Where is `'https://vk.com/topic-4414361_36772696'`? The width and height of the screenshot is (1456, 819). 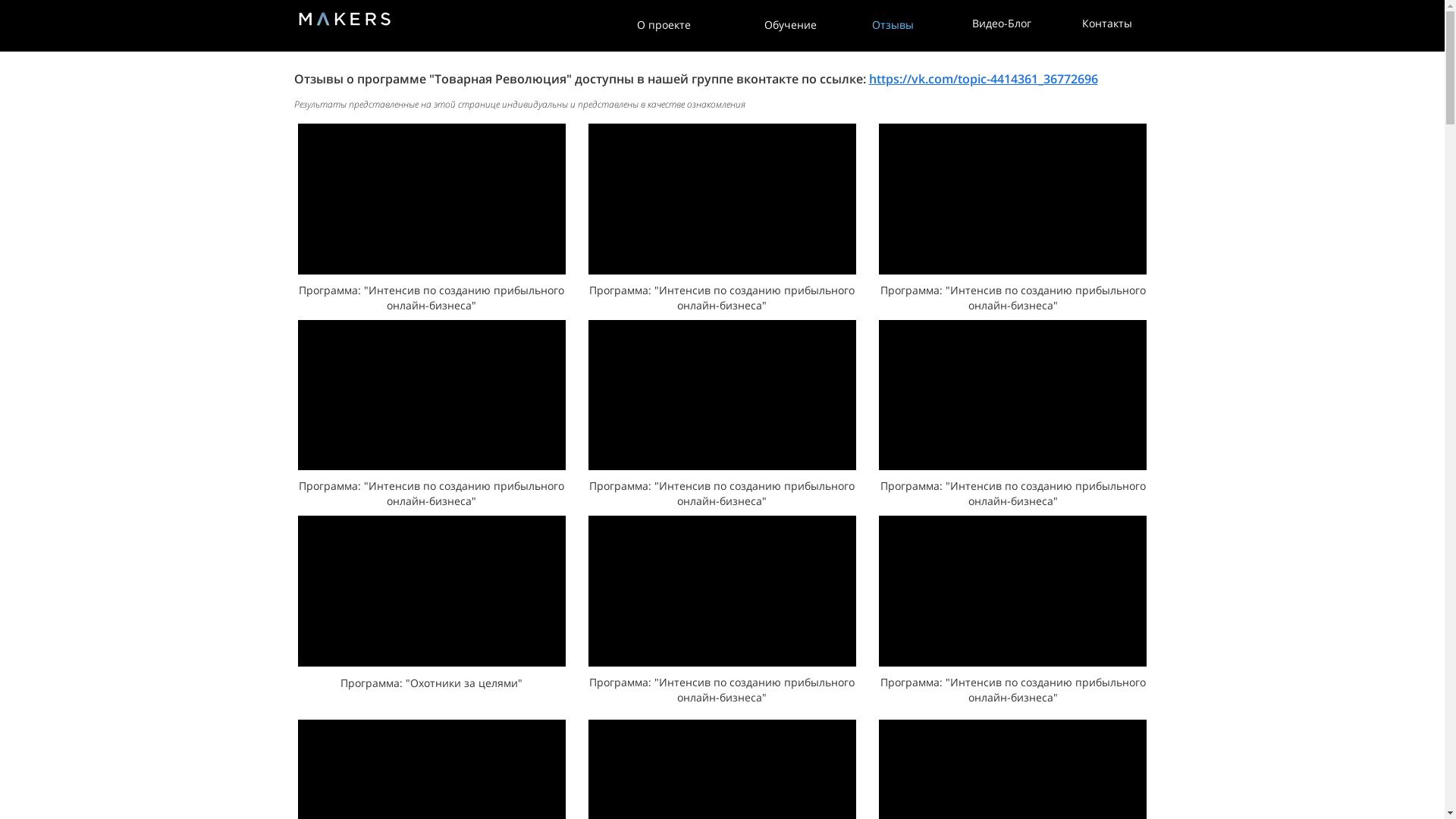
'https://vk.com/topic-4414361_36772696' is located at coordinates (983, 79).